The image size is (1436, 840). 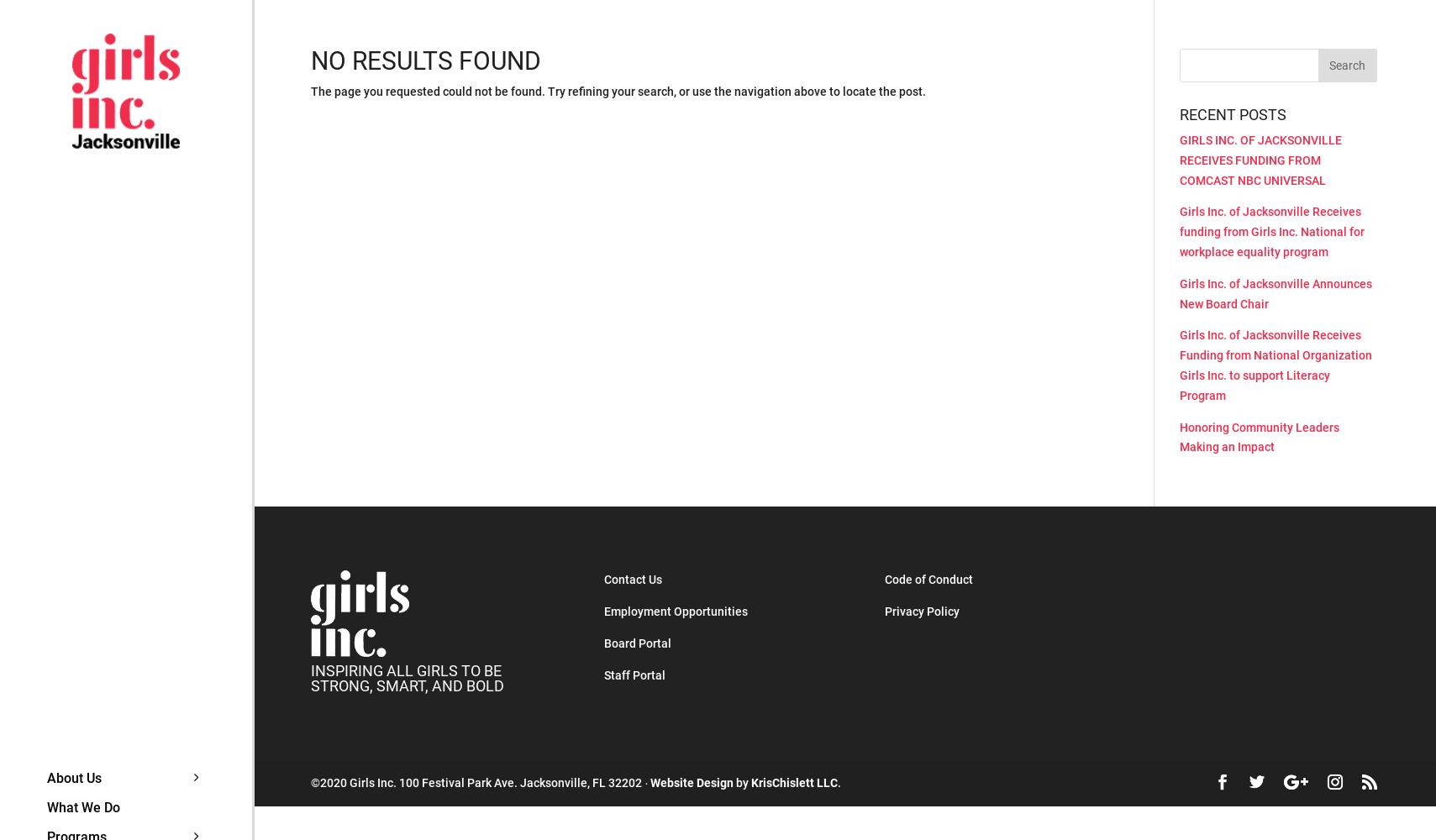 What do you see at coordinates (743, 782) in the screenshot?
I see `'by'` at bounding box center [743, 782].